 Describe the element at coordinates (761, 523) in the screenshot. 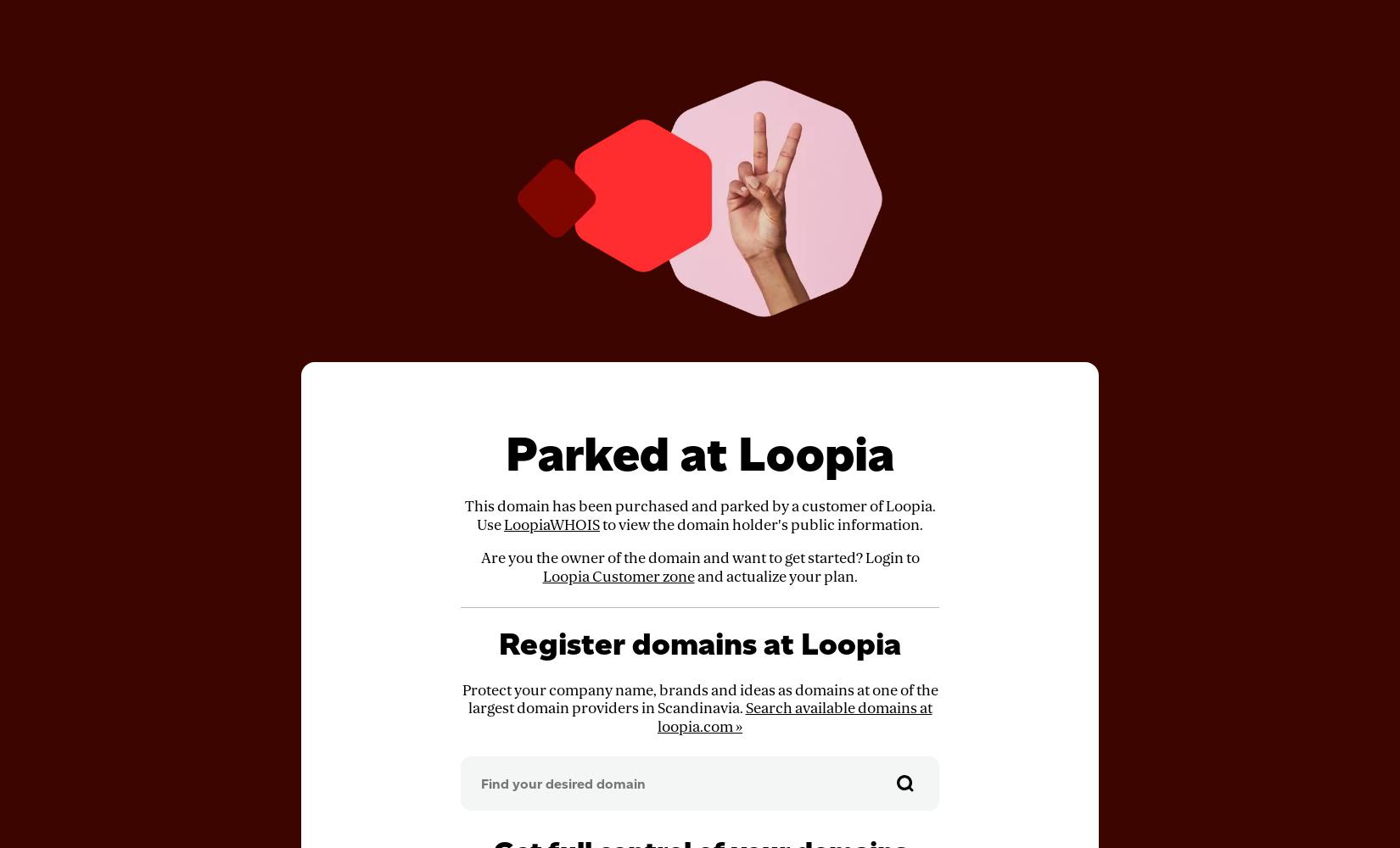

I see `'to view the domain holder's public information.'` at that location.